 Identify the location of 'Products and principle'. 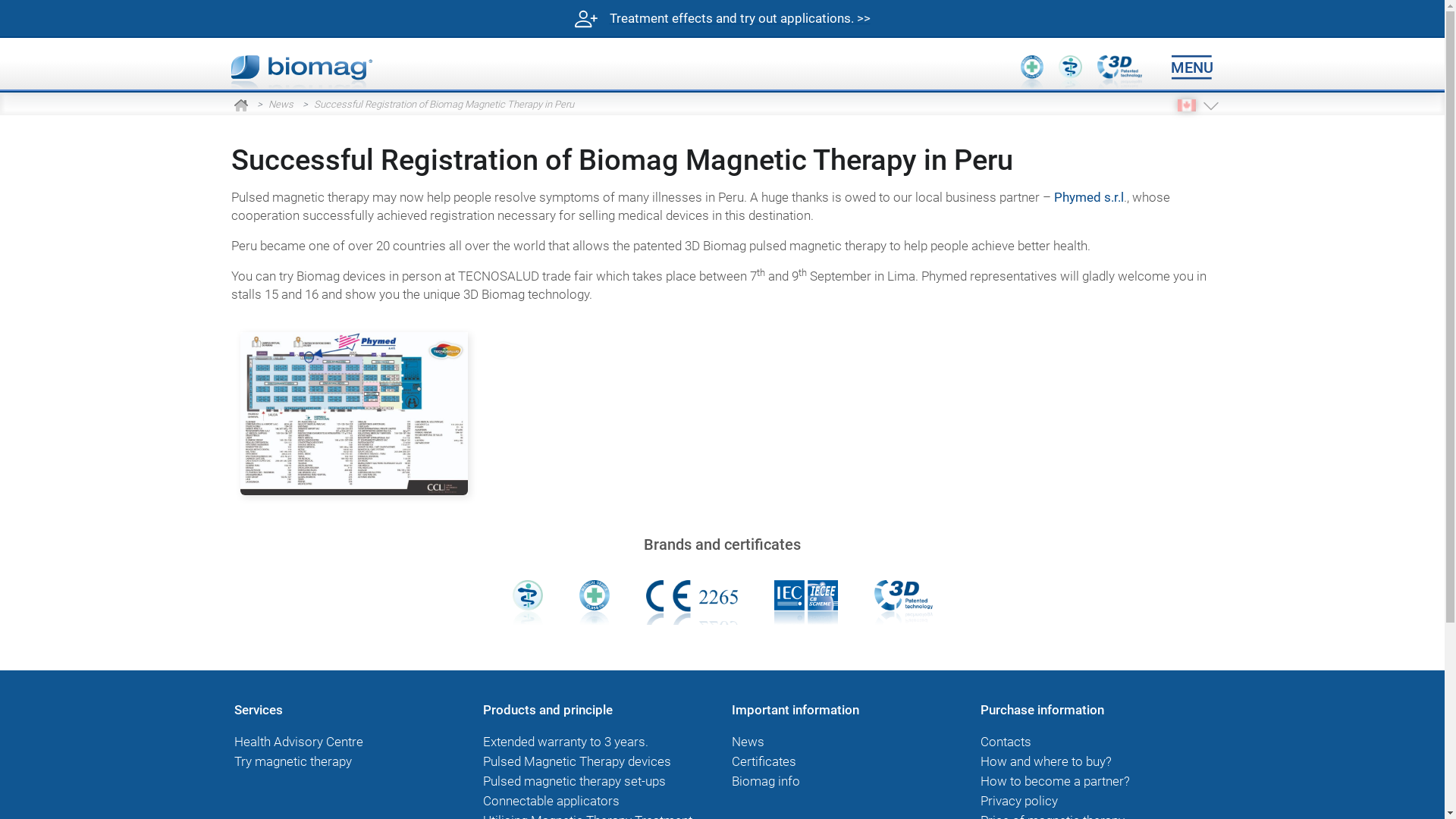
(546, 710).